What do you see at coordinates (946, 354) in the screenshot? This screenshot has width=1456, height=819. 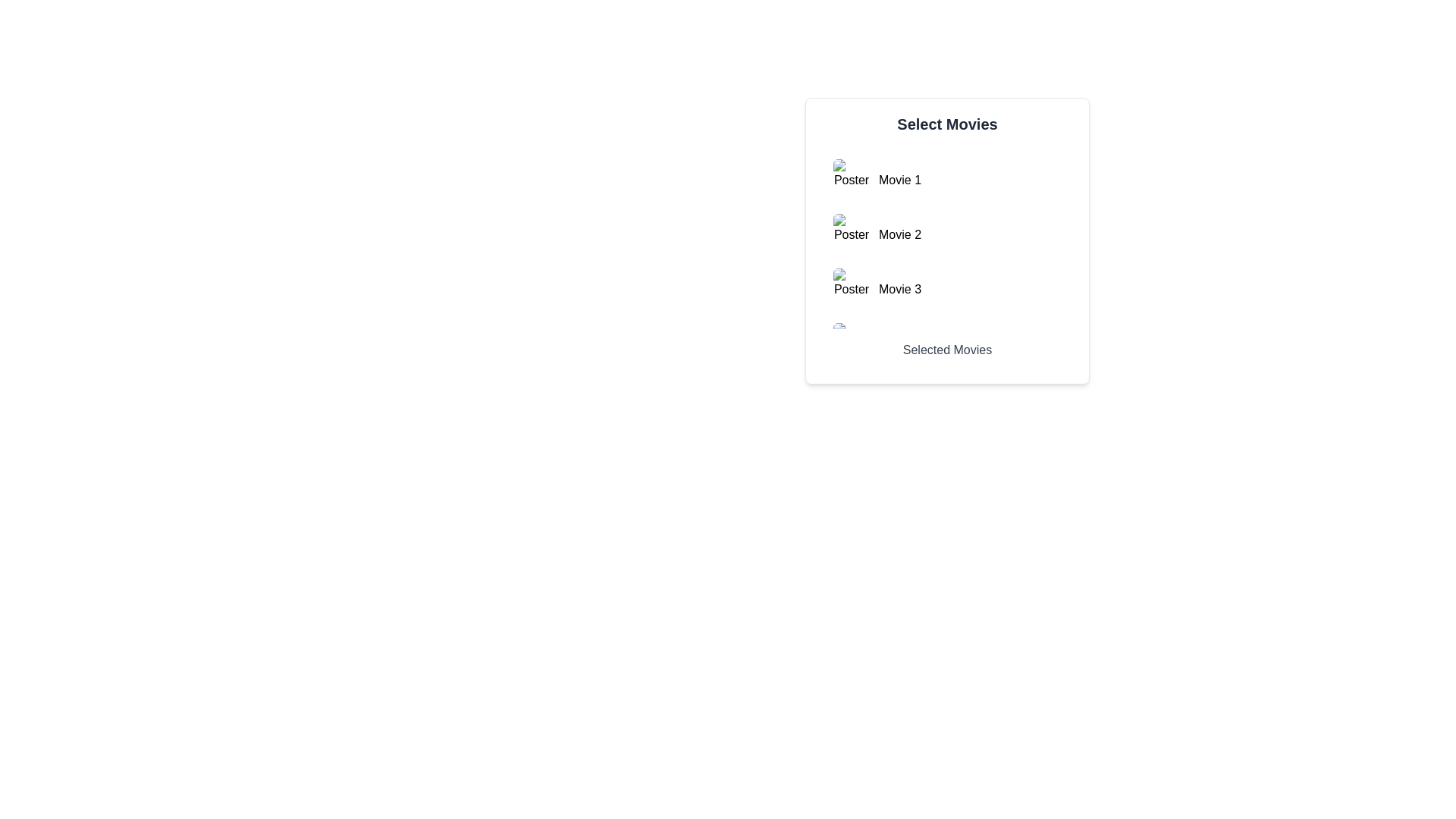 I see `the text label that identifies the section containing further information about selected movies, positioned below the 'Select Movies' title and the scrollable list of items labeled 'Movie 1' to 'Movie 3'` at bounding box center [946, 354].